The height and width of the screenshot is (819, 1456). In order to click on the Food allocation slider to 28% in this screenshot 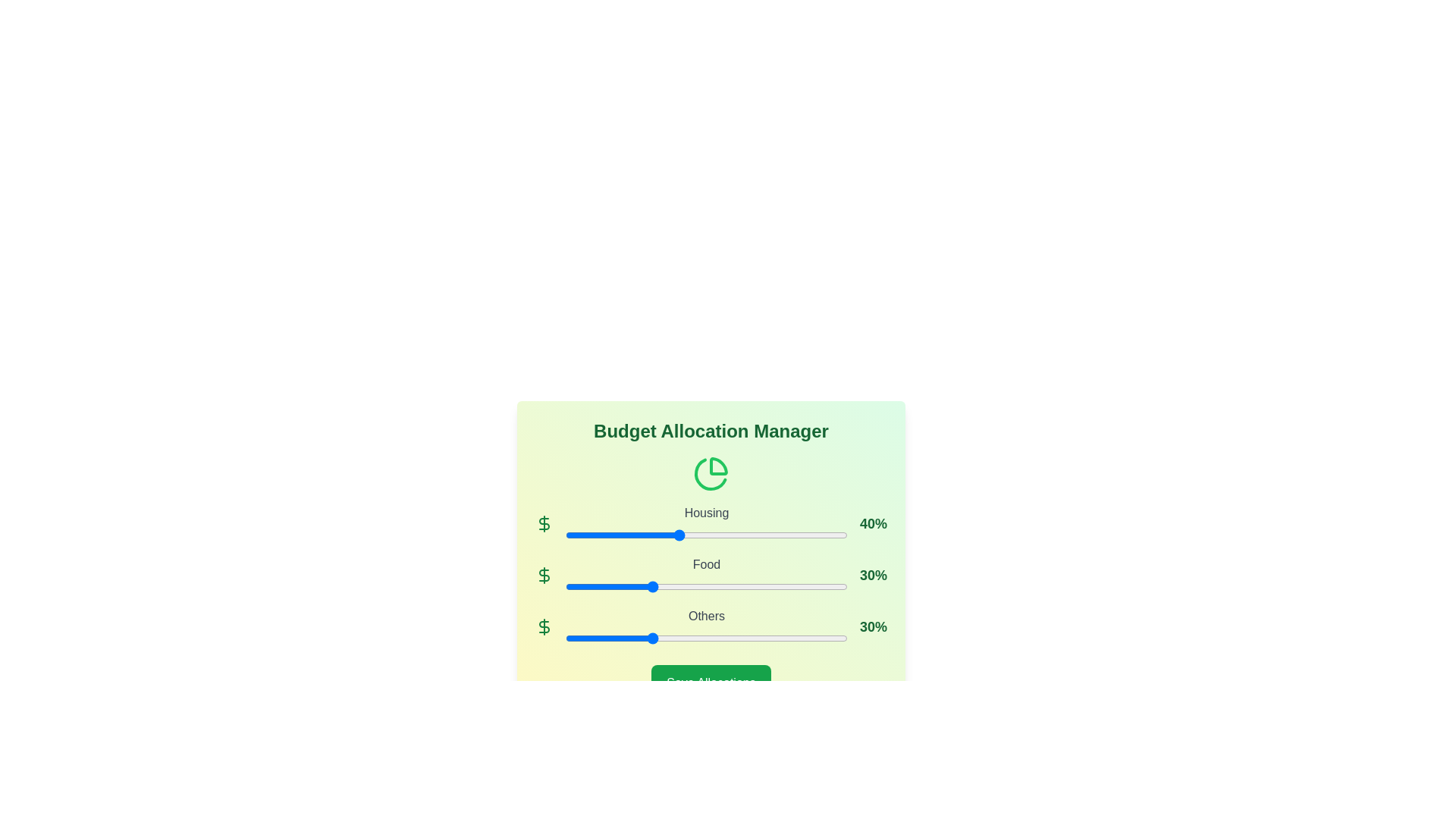, I will do `click(645, 586)`.